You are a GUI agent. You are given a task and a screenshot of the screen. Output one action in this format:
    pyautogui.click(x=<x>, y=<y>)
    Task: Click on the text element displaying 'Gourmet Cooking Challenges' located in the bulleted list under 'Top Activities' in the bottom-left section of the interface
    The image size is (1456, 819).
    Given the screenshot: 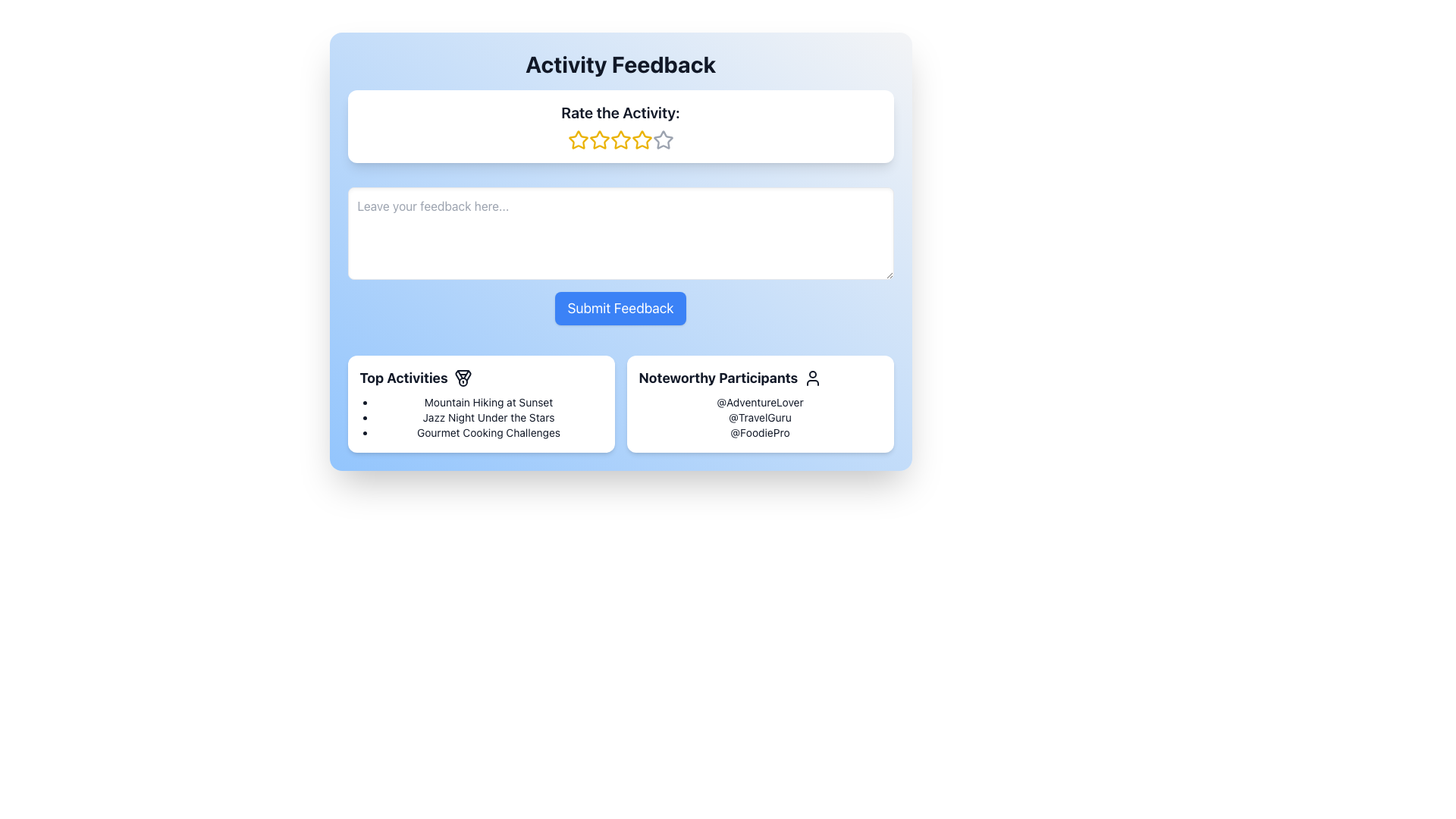 What is the action you would take?
    pyautogui.click(x=488, y=432)
    